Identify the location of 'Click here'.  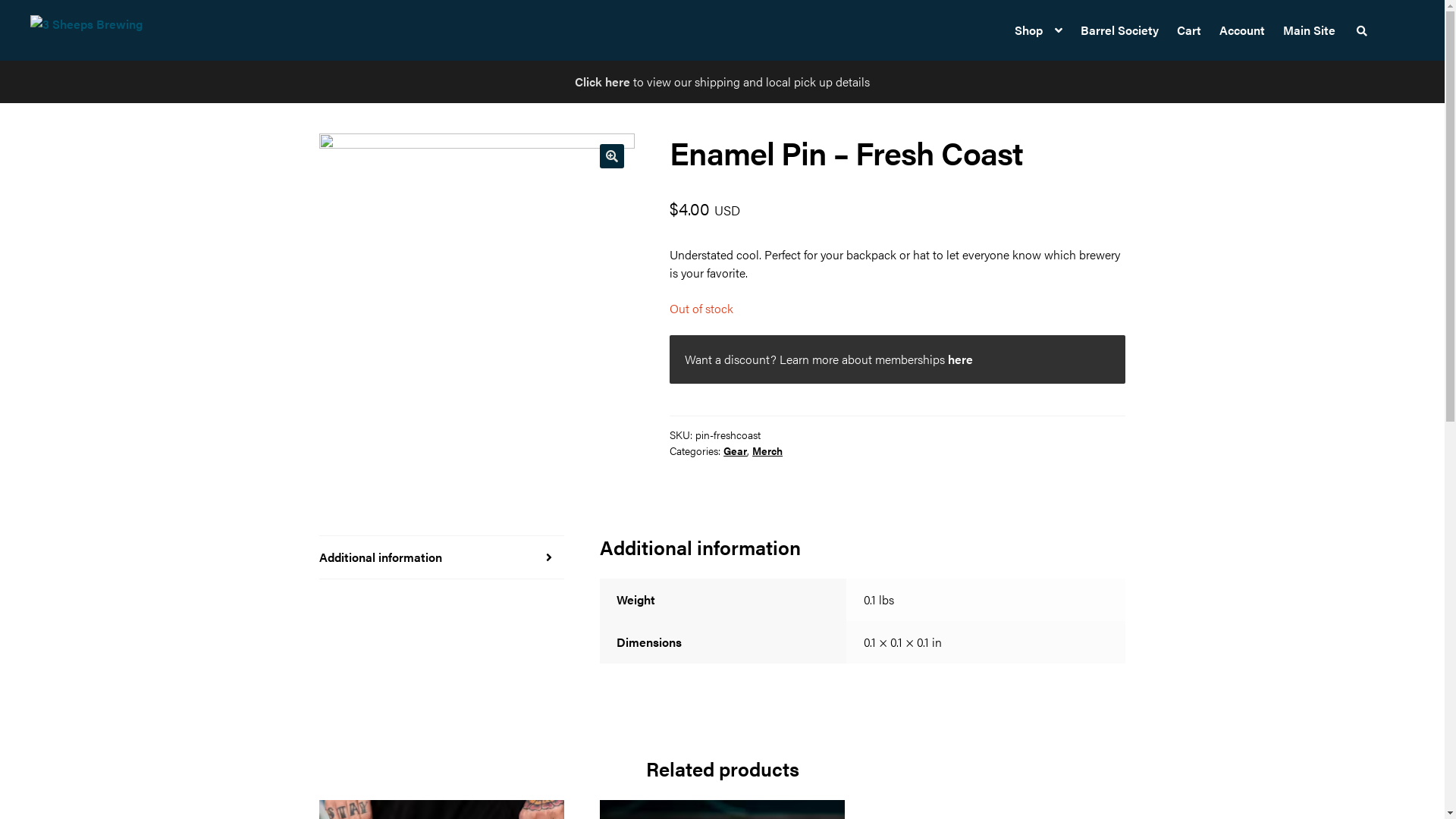
(574, 81).